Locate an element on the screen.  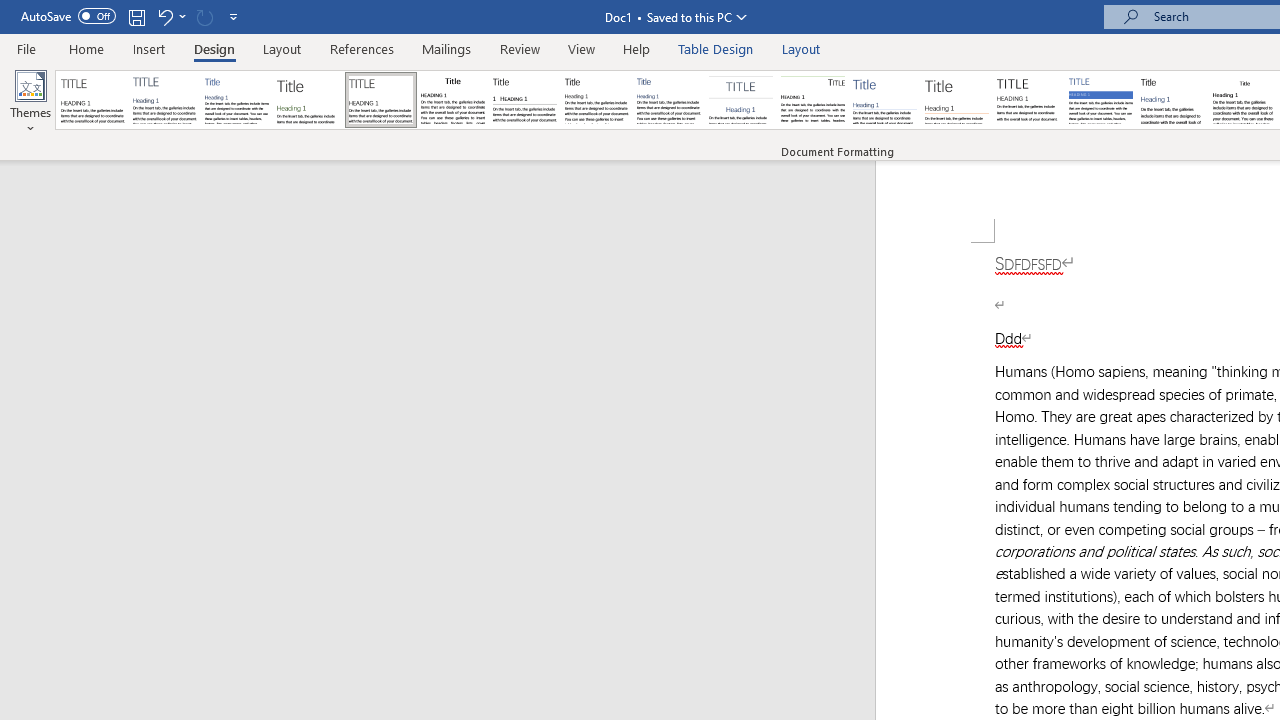
'Home' is located at coordinates (85, 48).